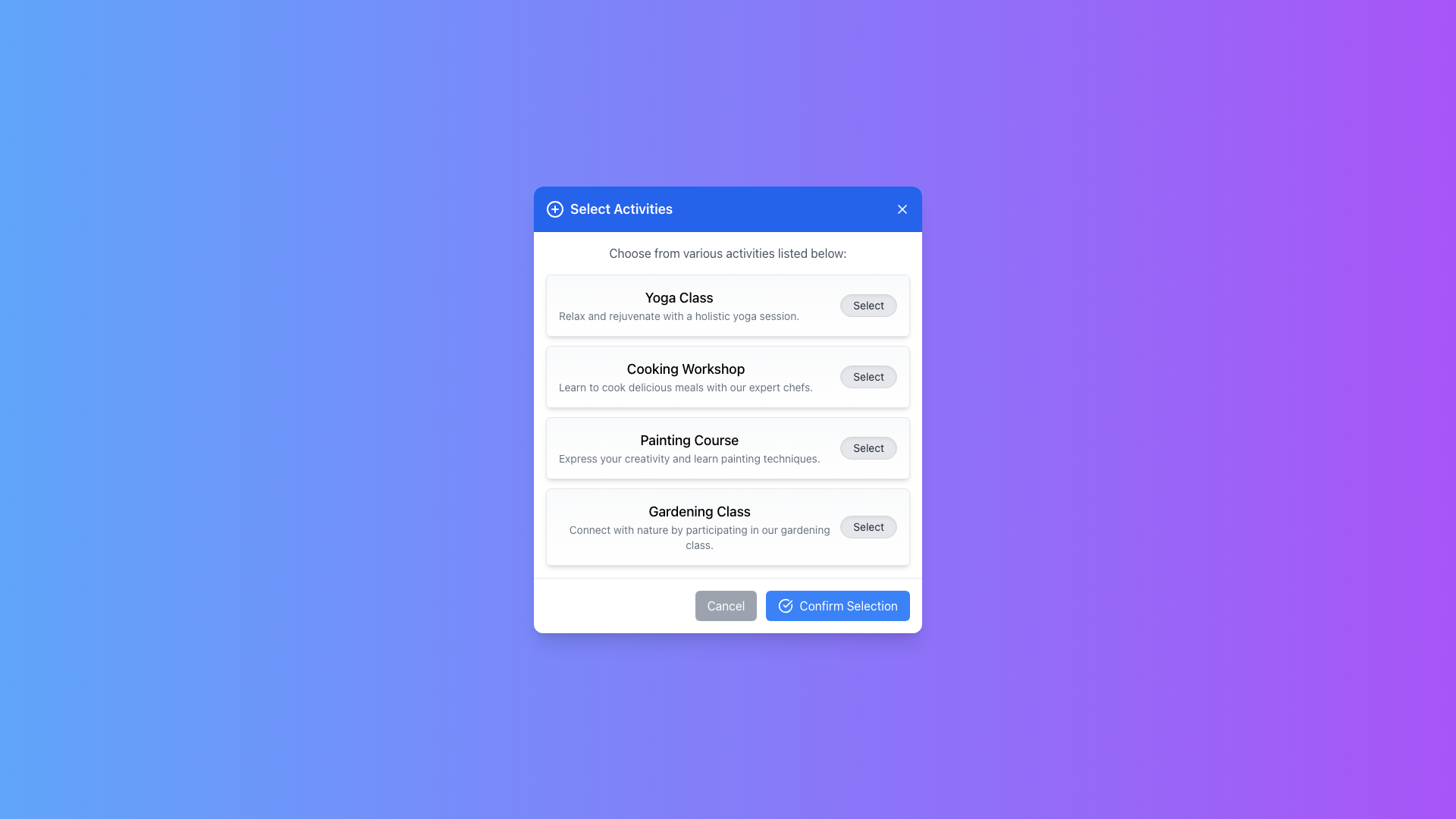  Describe the element at coordinates (728, 375) in the screenshot. I see `information provided on the 'Cooking Workshop' card, which is the second card in the 'Select Activities' dialog box, located below the 'Yoga Class' card` at that location.